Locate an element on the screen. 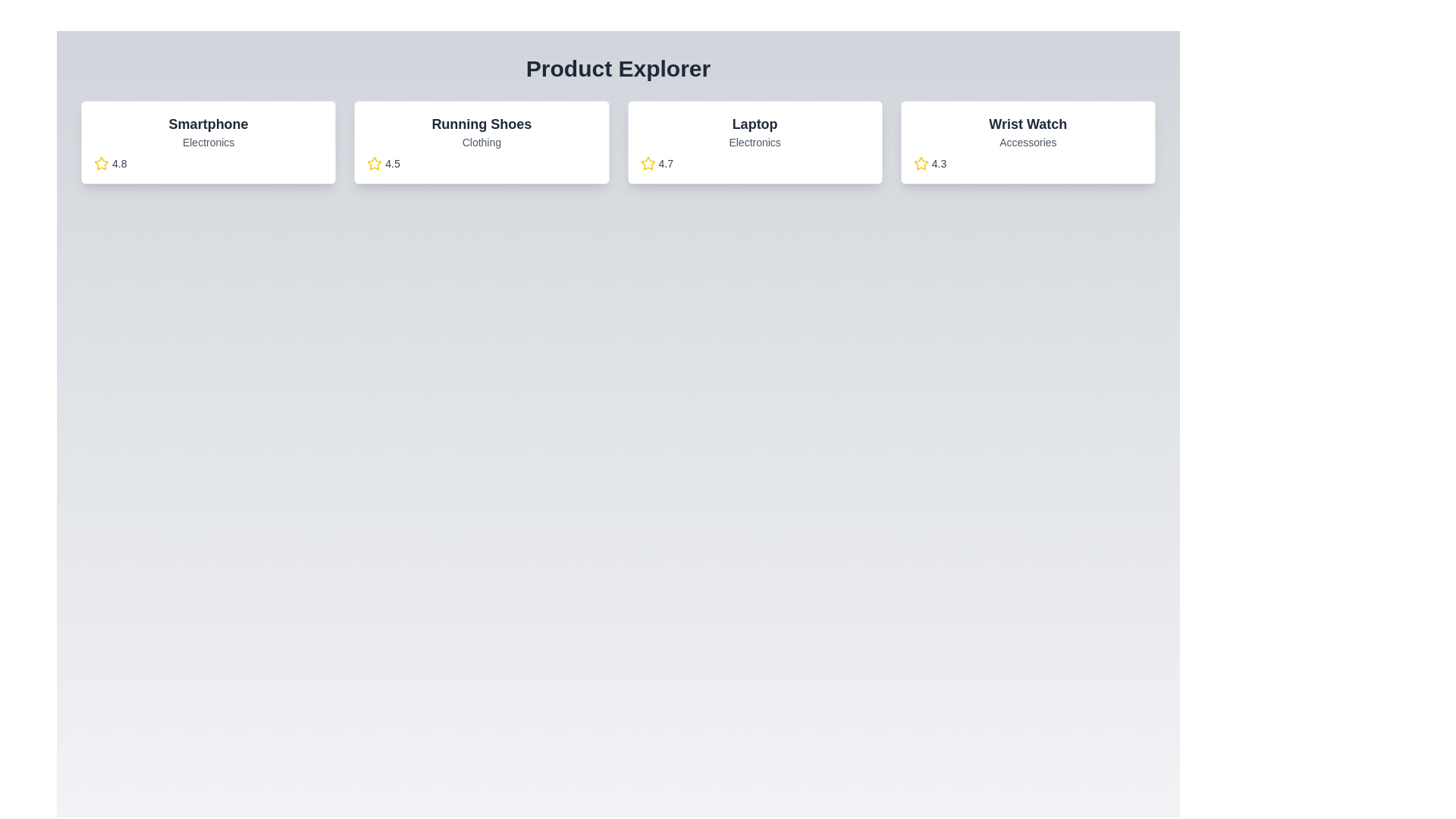  the star-shaped icon with a yellow border in the rating section of the 'Running Shoes' card to interpret its intended meaning is located at coordinates (101, 163).